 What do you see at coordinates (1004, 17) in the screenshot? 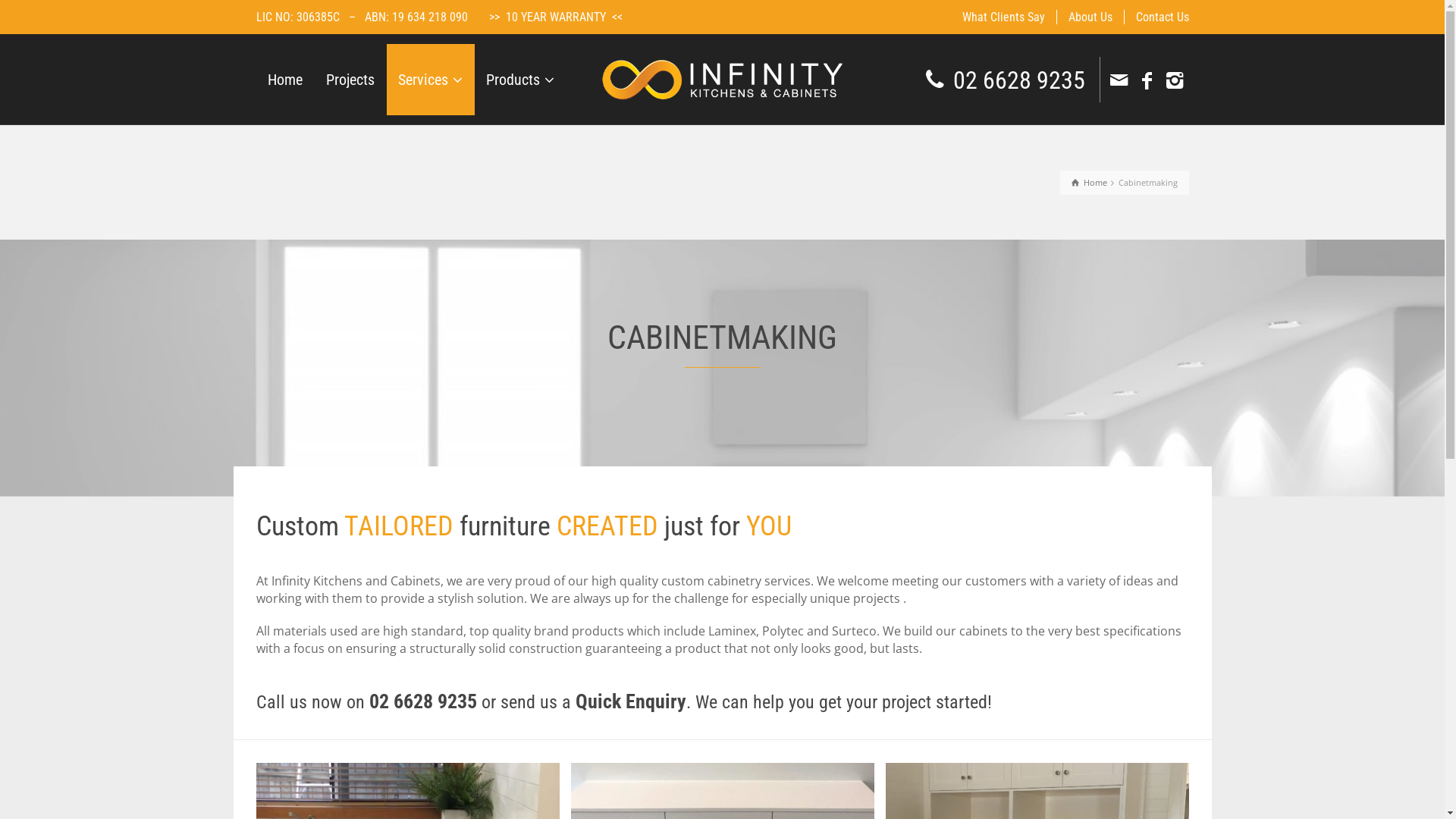
I see `'What Clients Say'` at bounding box center [1004, 17].